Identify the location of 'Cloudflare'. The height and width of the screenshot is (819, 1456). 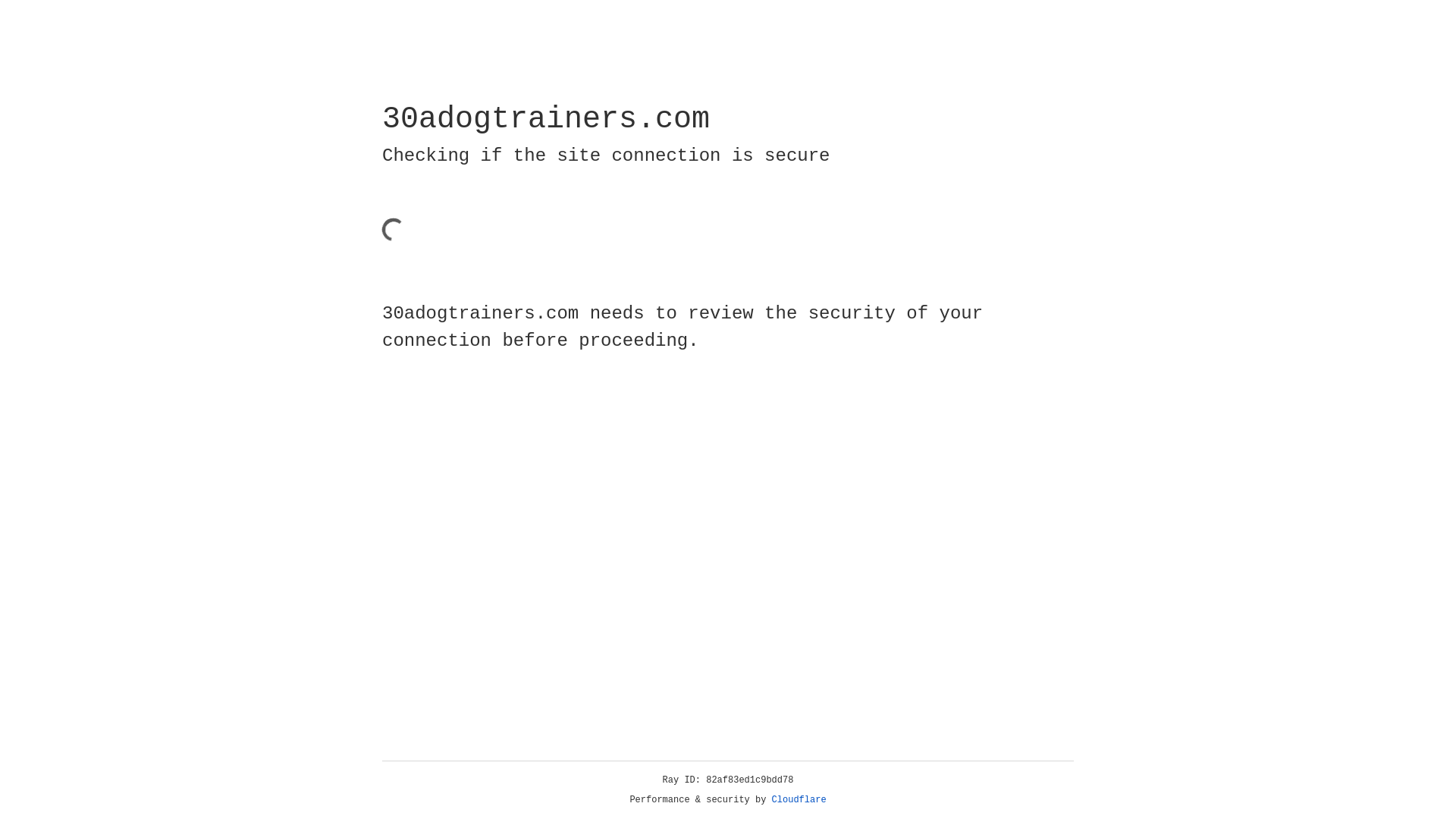
(799, 799).